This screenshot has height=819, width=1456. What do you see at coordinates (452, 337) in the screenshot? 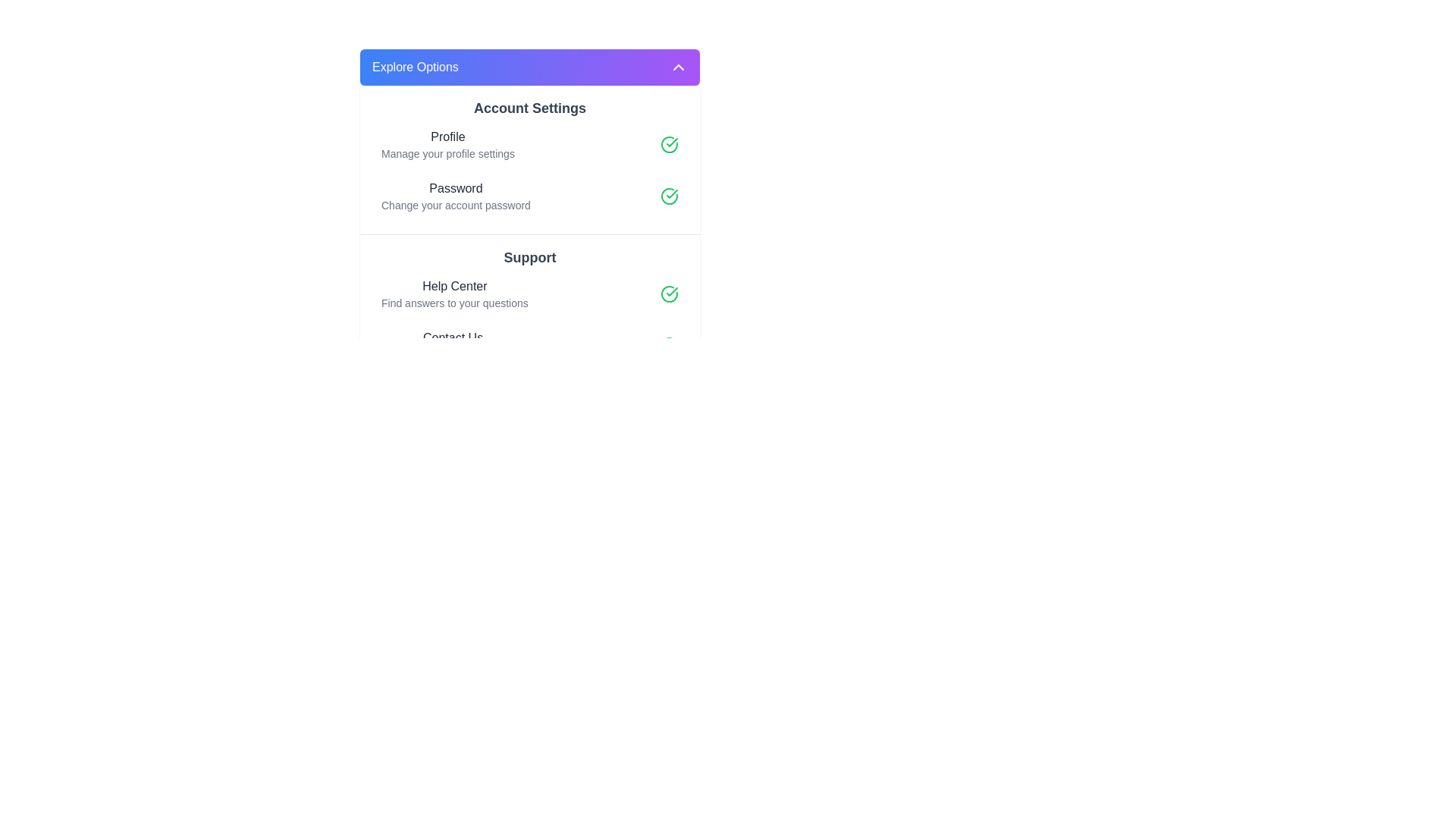
I see `the Text Label indicating the possibility of contacting the support team, located in the 'Support' section below the 'Help Center' text` at bounding box center [452, 337].